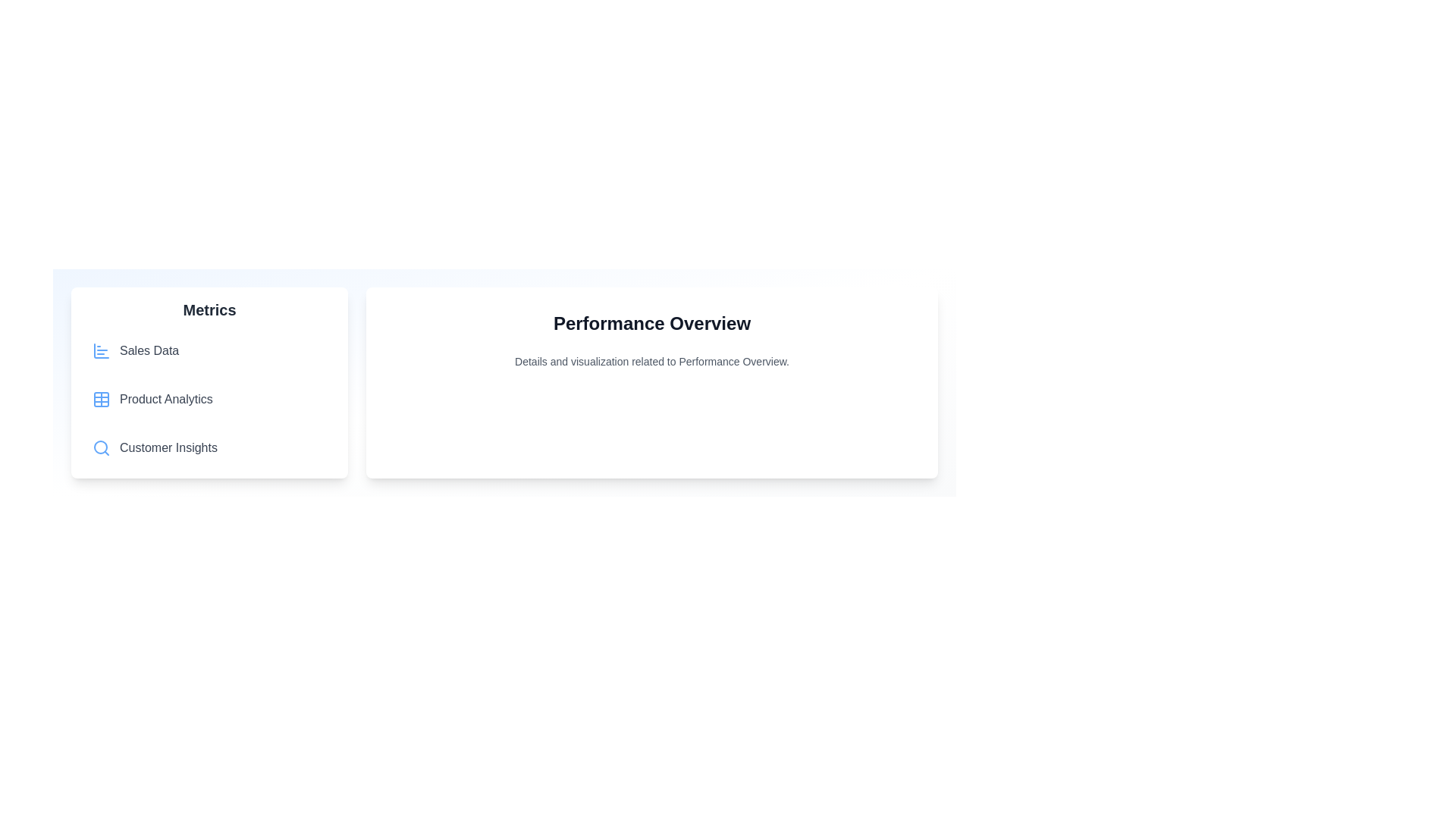  Describe the element at coordinates (101, 447) in the screenshot. I see `the circular blue search icon located to the left of the 'Customer Insights' text in the 'Metrics' section, assuming it is interactive` at that location.